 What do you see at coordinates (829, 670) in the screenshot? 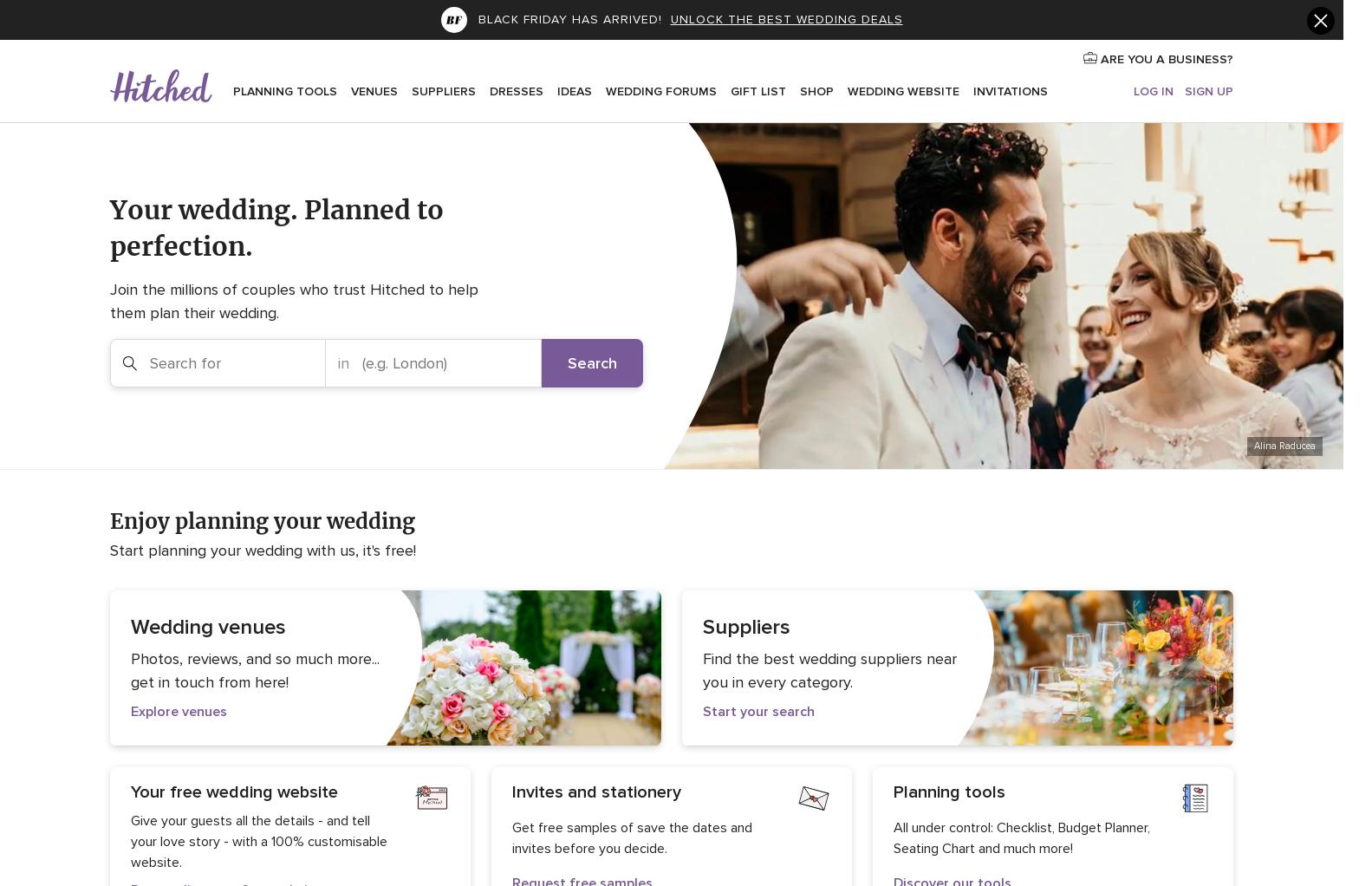
I see `'Find the best wedding suppliers near you in every category.'` at bounding box center [829, 670].